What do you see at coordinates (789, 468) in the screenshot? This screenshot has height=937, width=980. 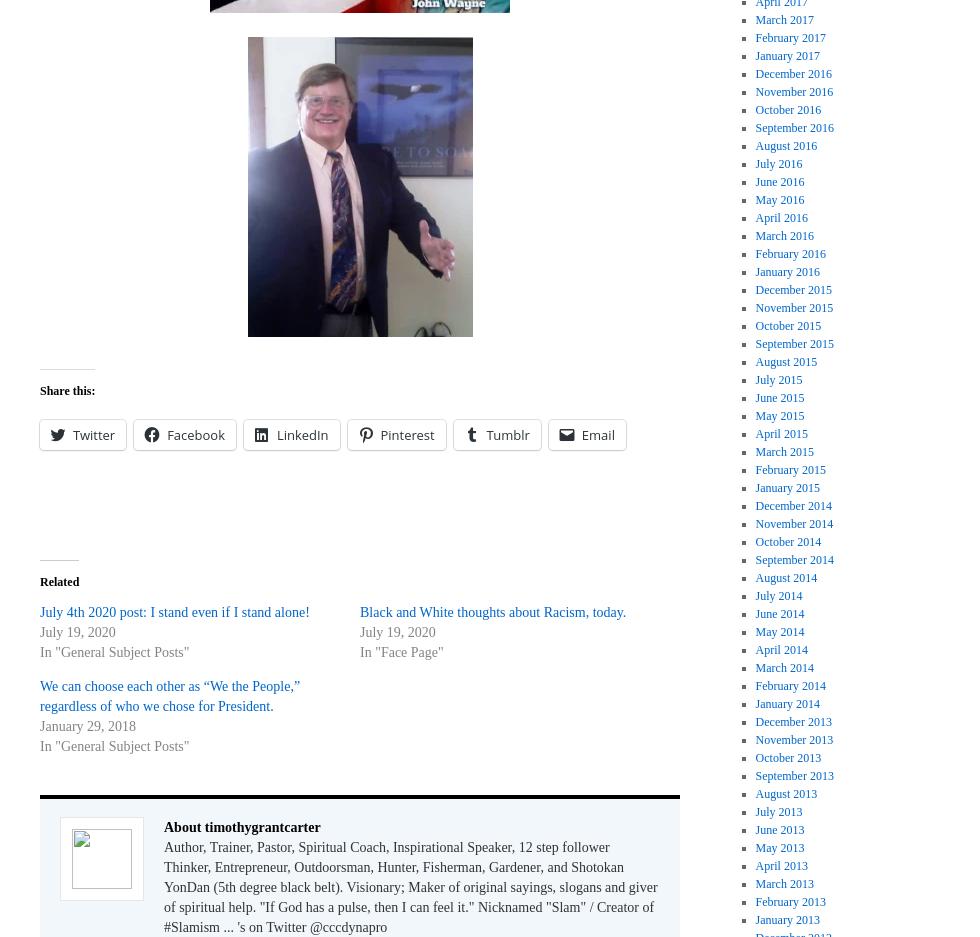 I see `'February 2015'` at bounding box center [789, 468].